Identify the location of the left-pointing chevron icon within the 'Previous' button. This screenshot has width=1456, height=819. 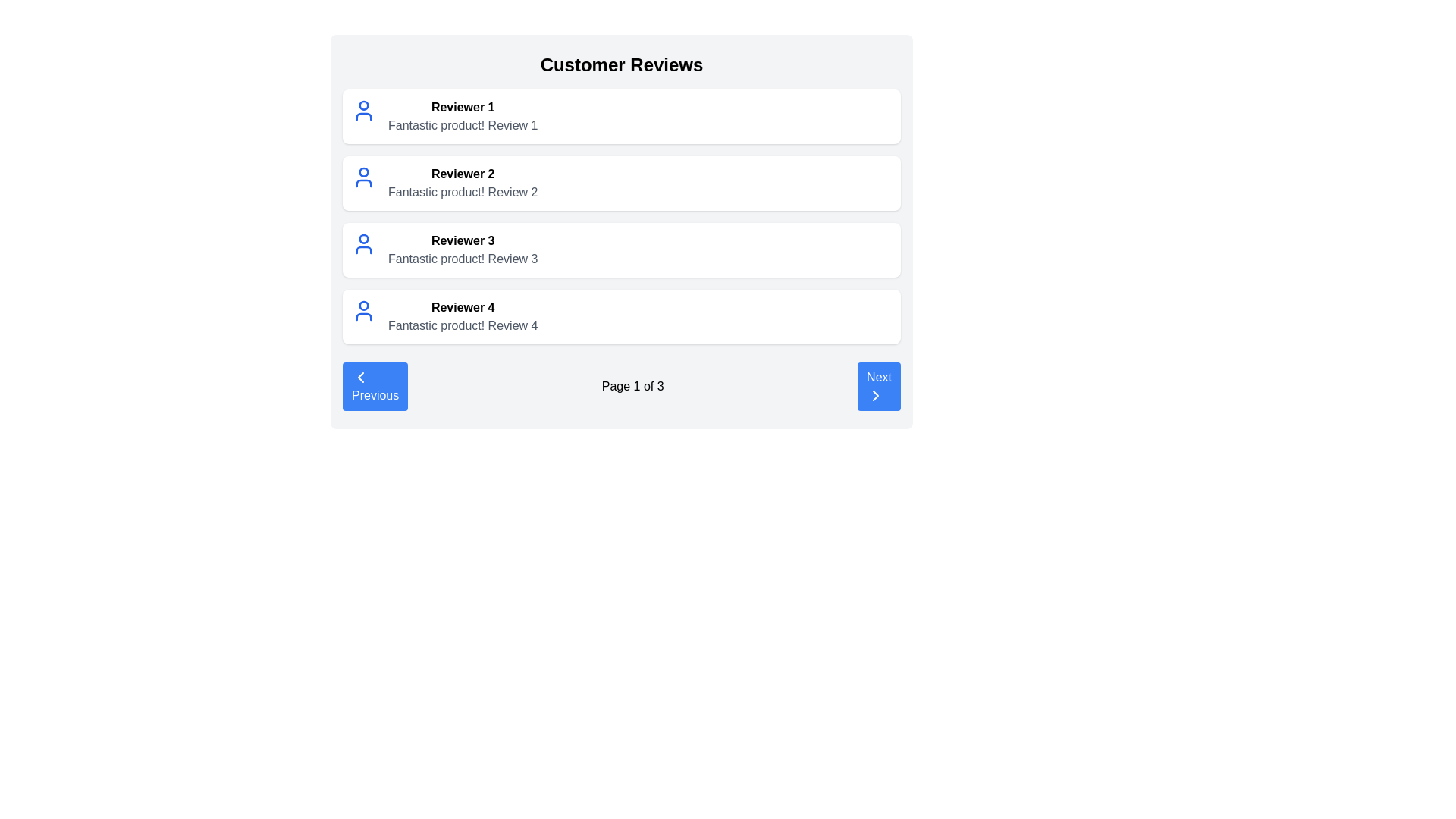
(359, 376).